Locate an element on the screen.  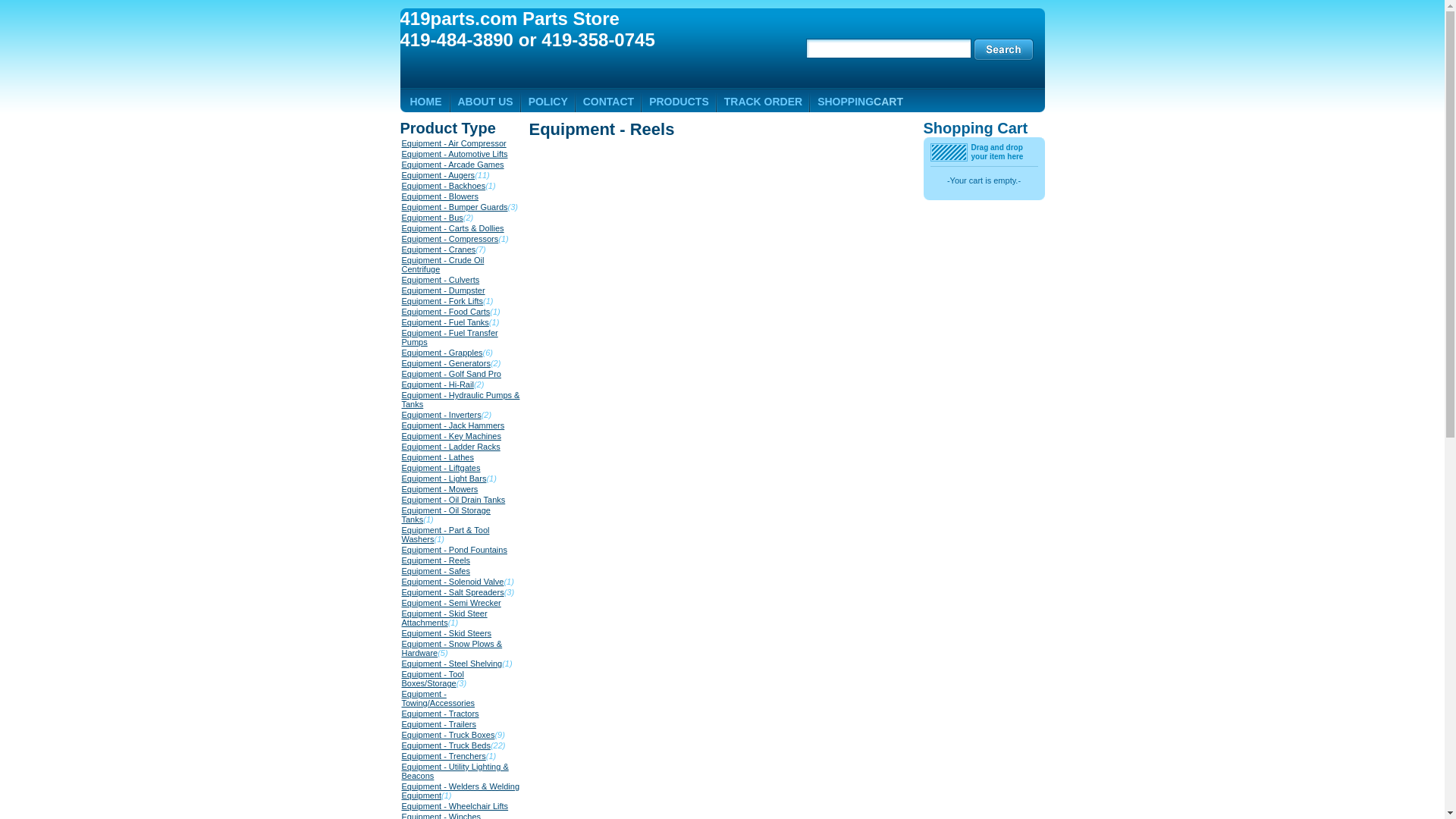
'Equipment - Liftgates' is located at coordinates (440, 467).